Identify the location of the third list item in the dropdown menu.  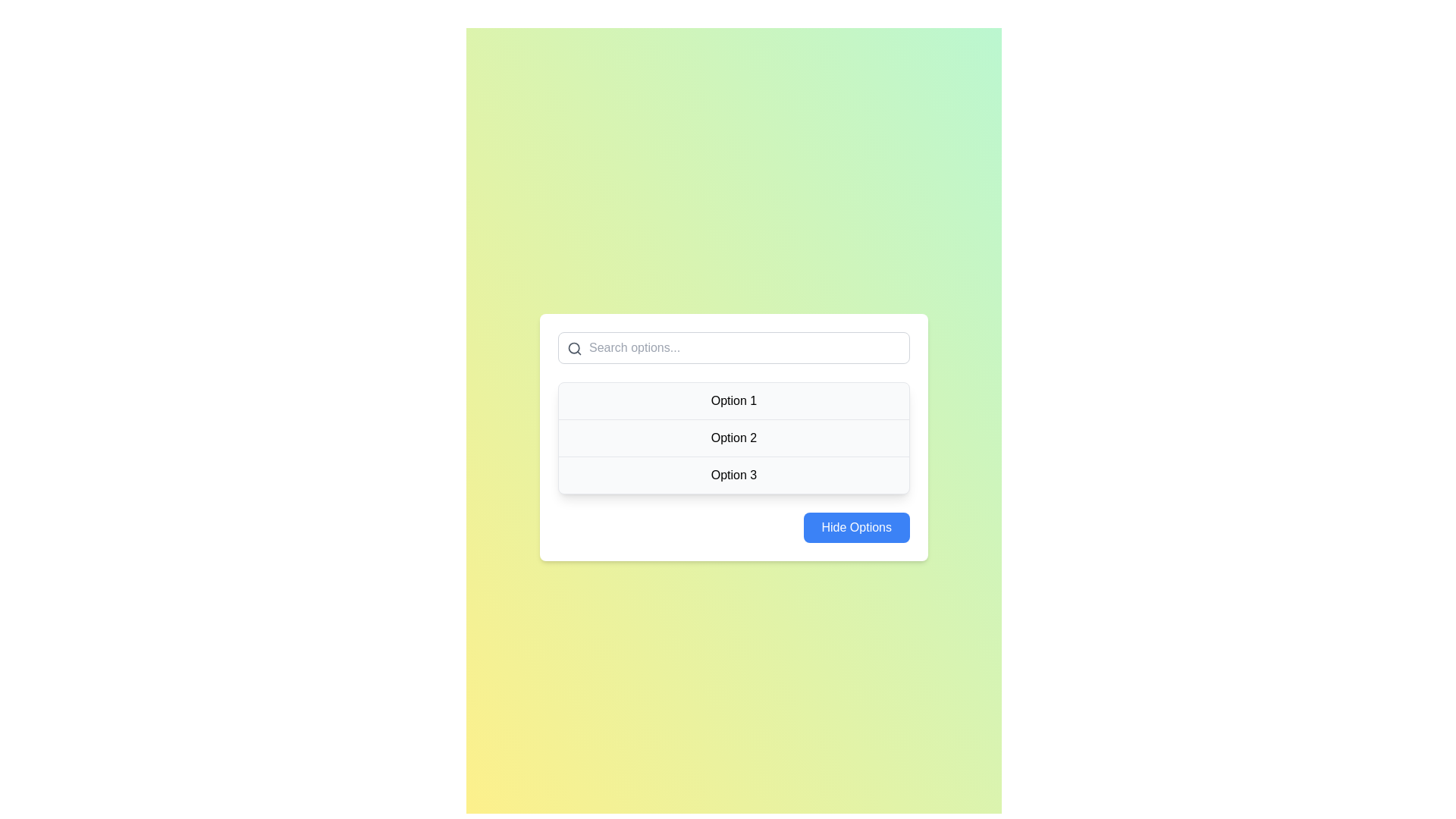
(734, 473).